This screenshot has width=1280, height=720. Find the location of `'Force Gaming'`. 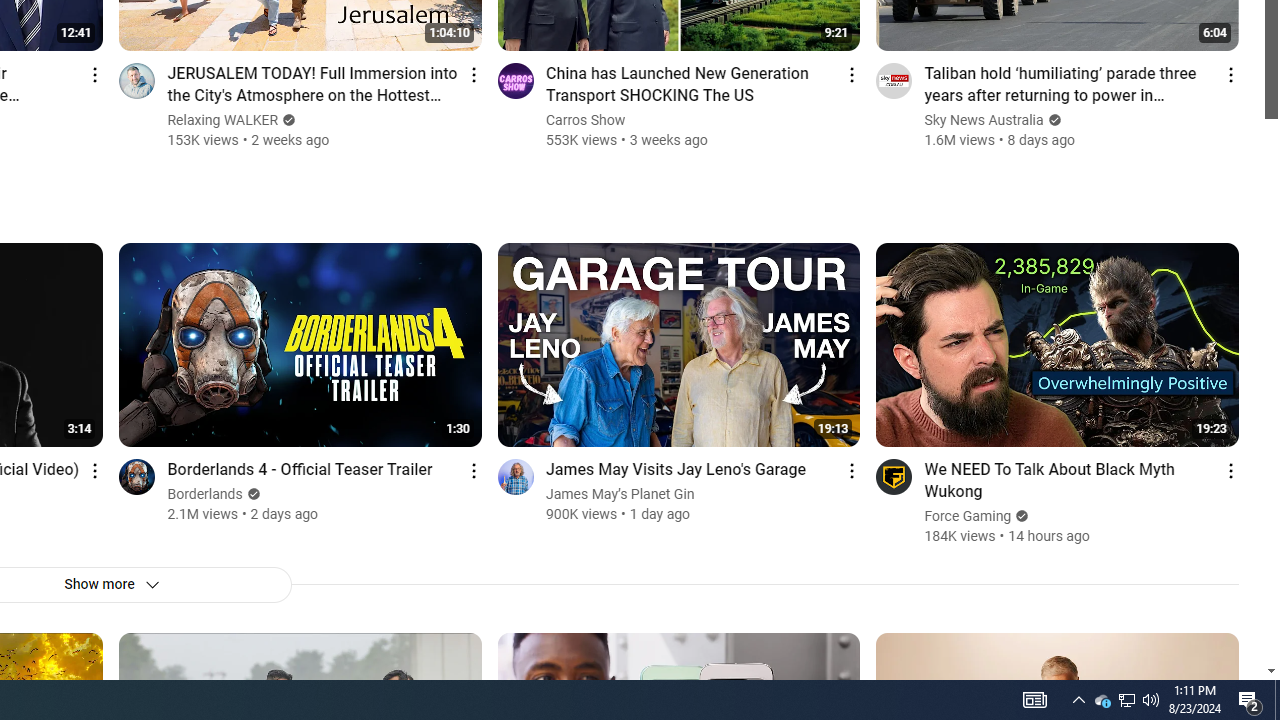

'Force Gaming' is located at coordinates (968, 515).